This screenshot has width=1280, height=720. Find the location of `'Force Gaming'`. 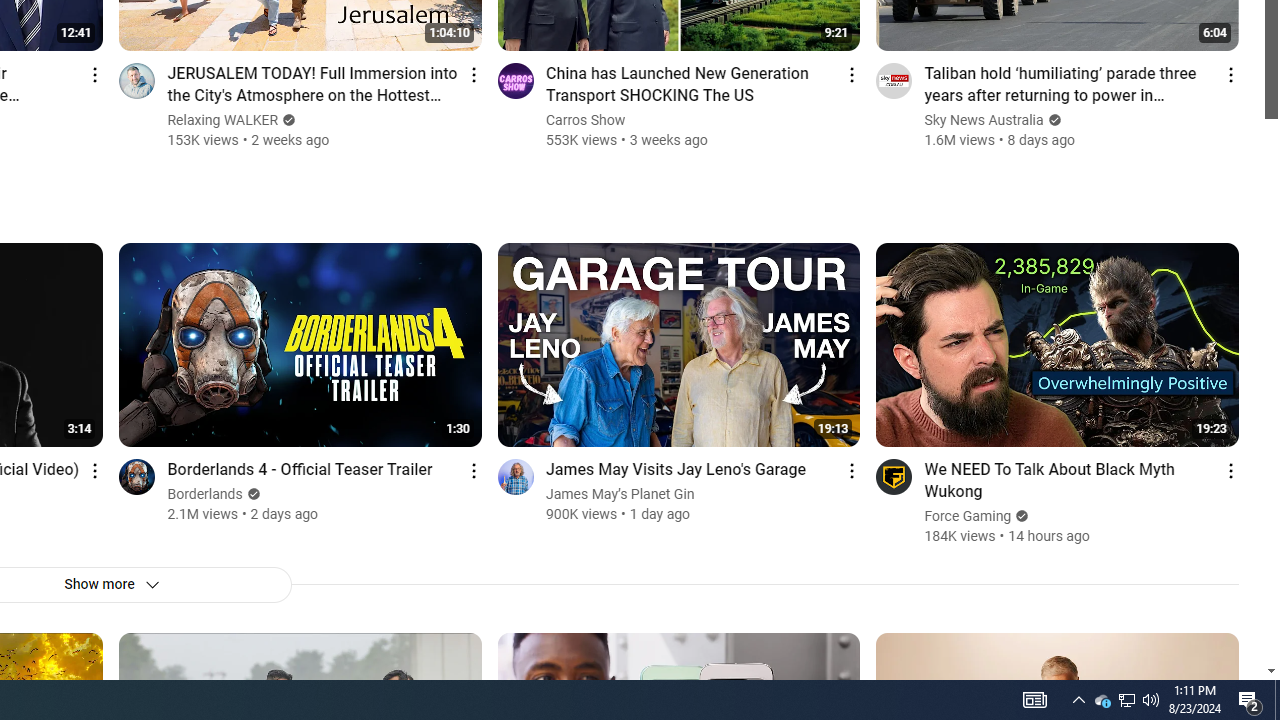

'Force Gaming' is located at coordinates (968, 515).